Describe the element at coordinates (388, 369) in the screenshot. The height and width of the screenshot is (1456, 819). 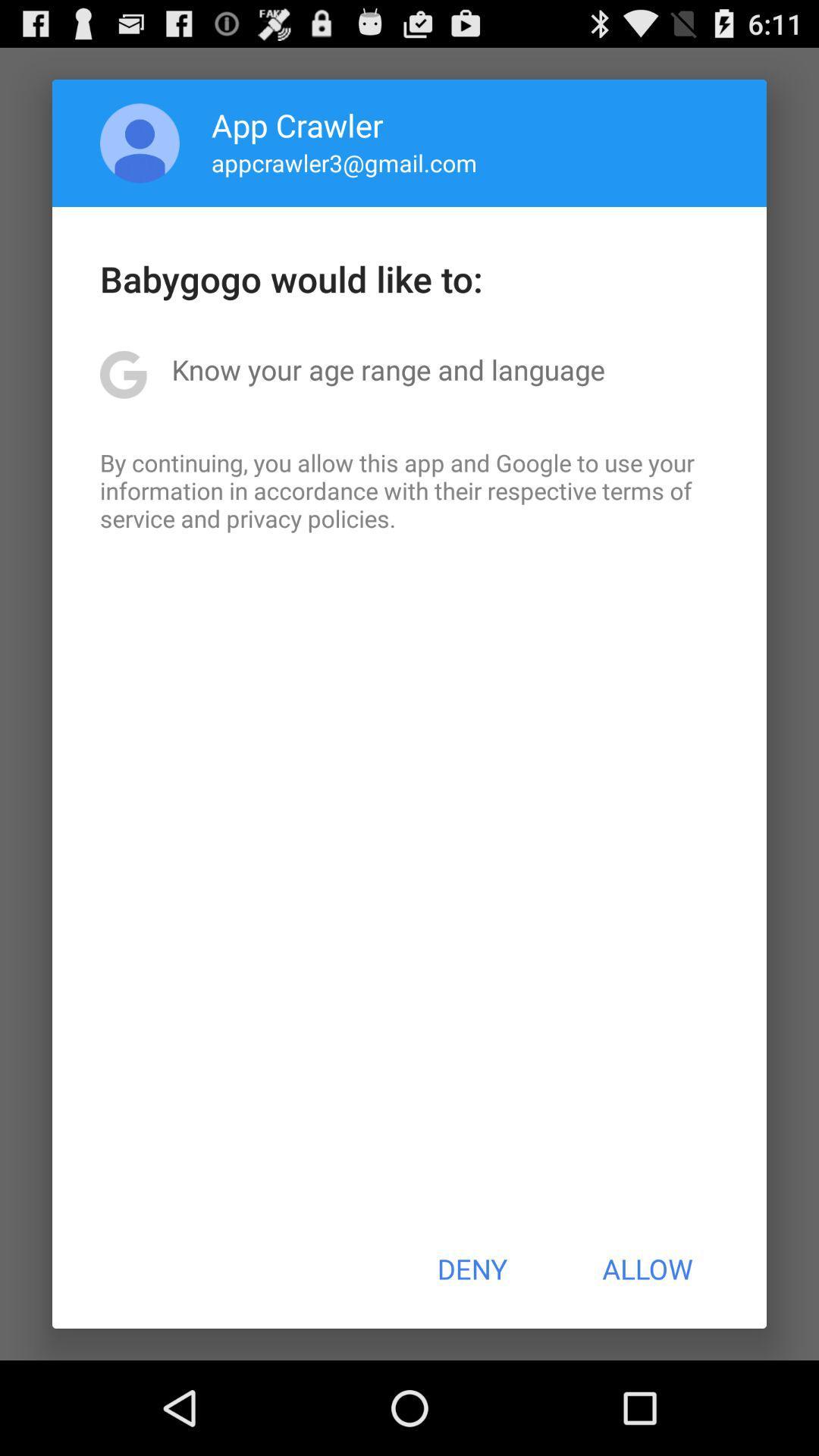
I see `know your age app` at that location.